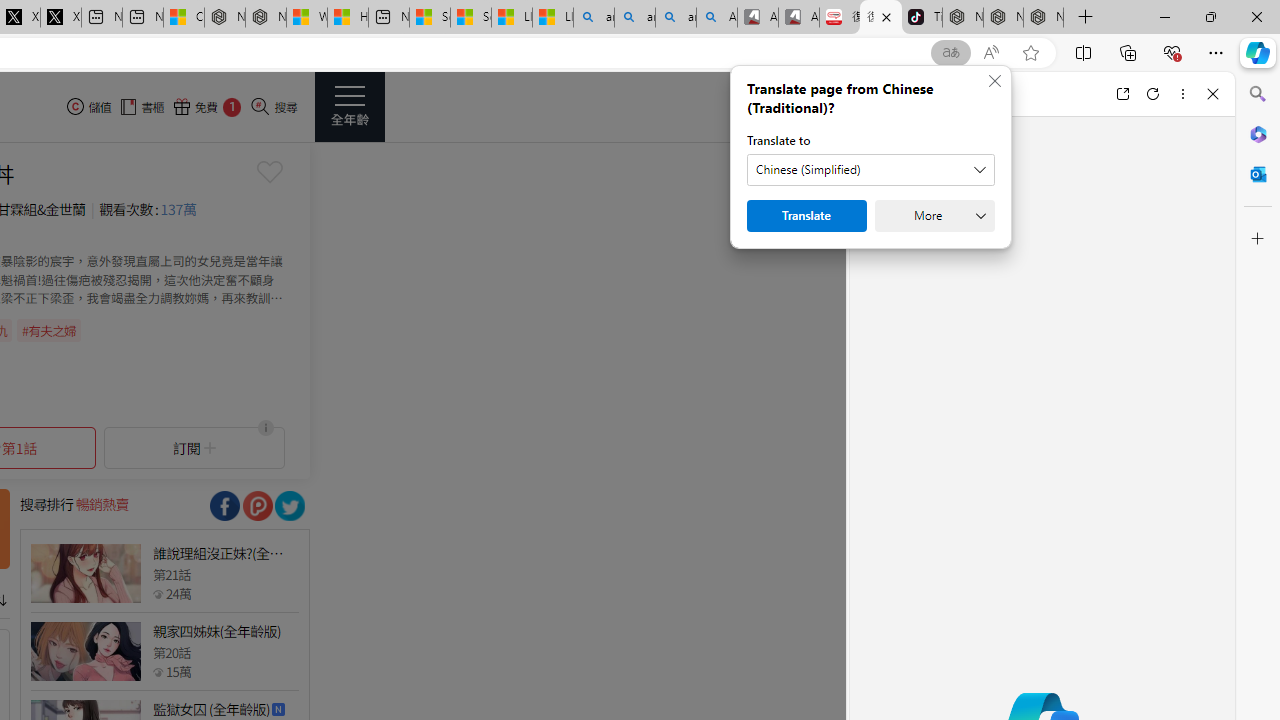 Image resolution: width=1280 pixels, height=720 pixels. I want to click on 'Class: side_menu_btn actionRightMenuBtn', so click(350, 106).